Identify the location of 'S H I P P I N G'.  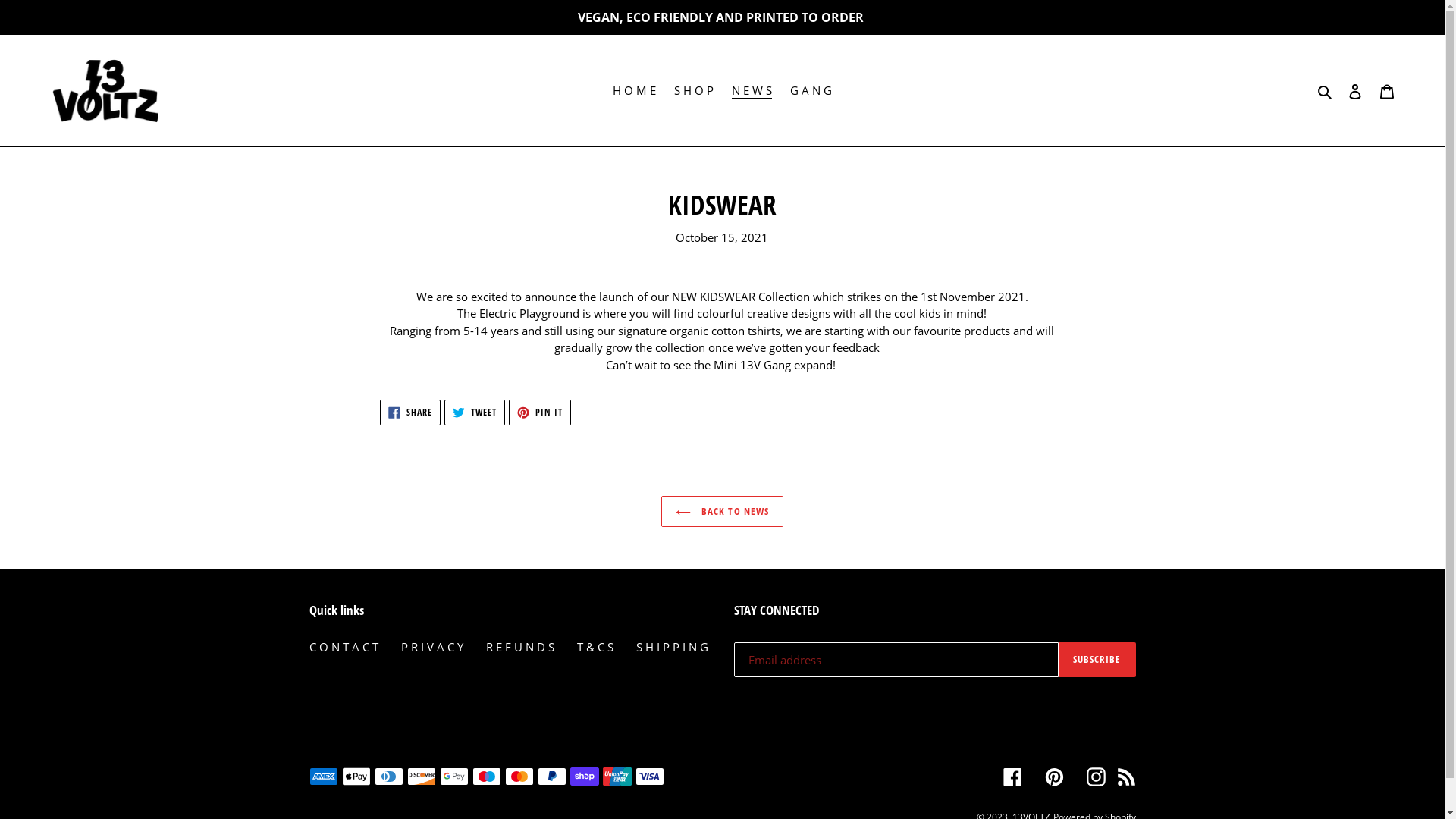
(670, 646).